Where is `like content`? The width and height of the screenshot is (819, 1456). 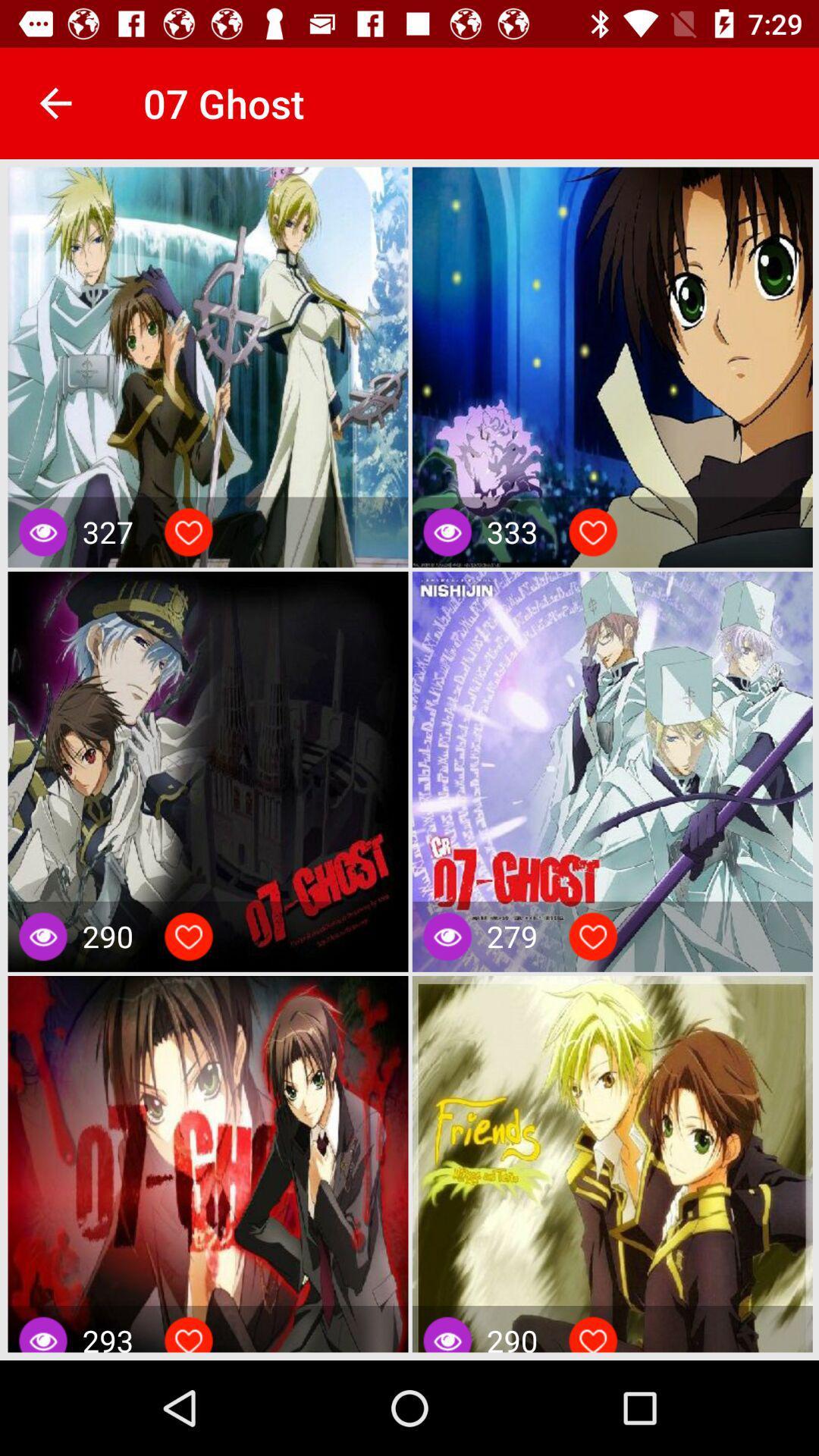 like content is located at coordinates (592, 936).